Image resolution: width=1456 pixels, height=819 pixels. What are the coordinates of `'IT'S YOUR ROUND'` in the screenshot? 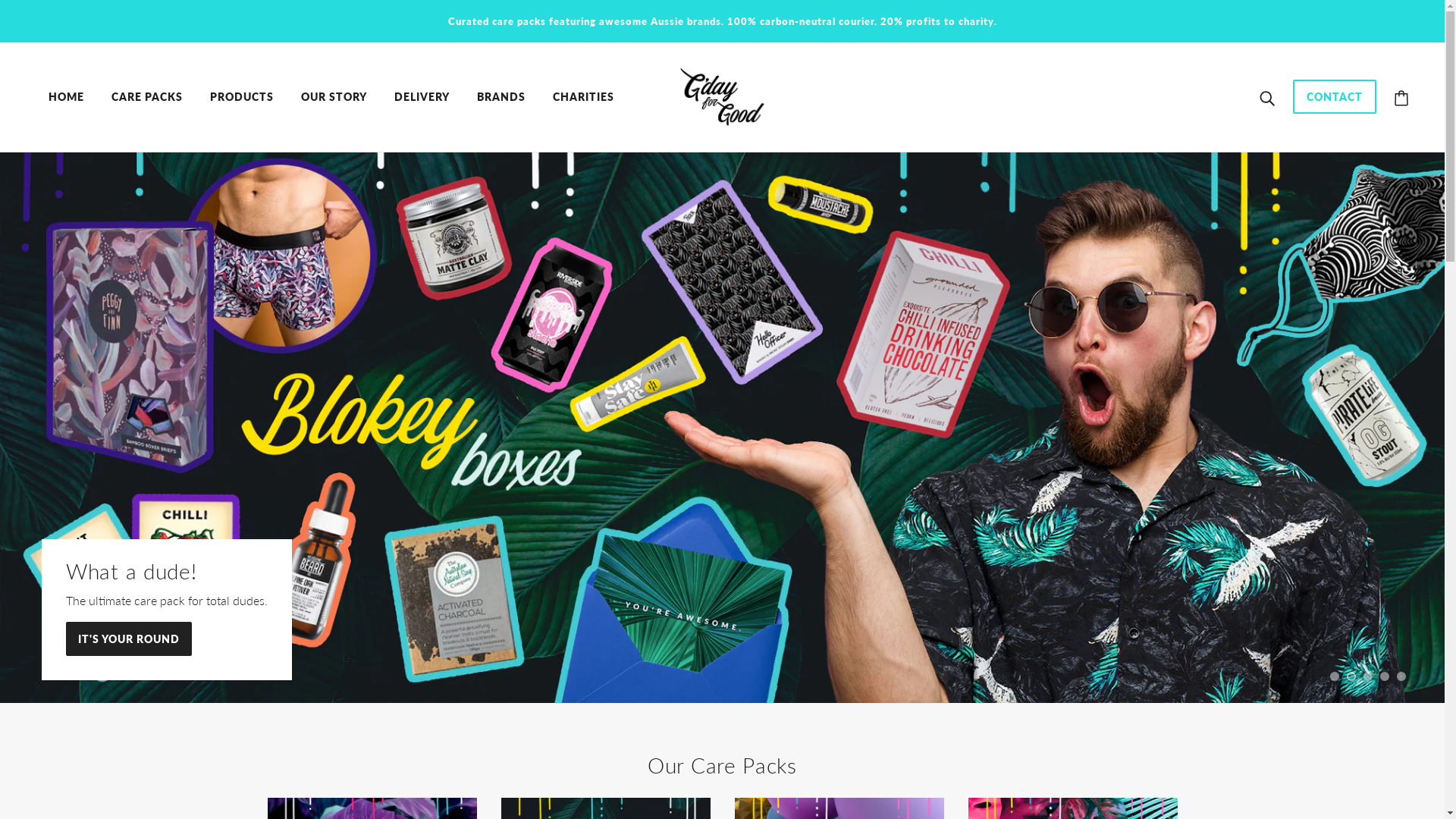 It's located at (128, 646).